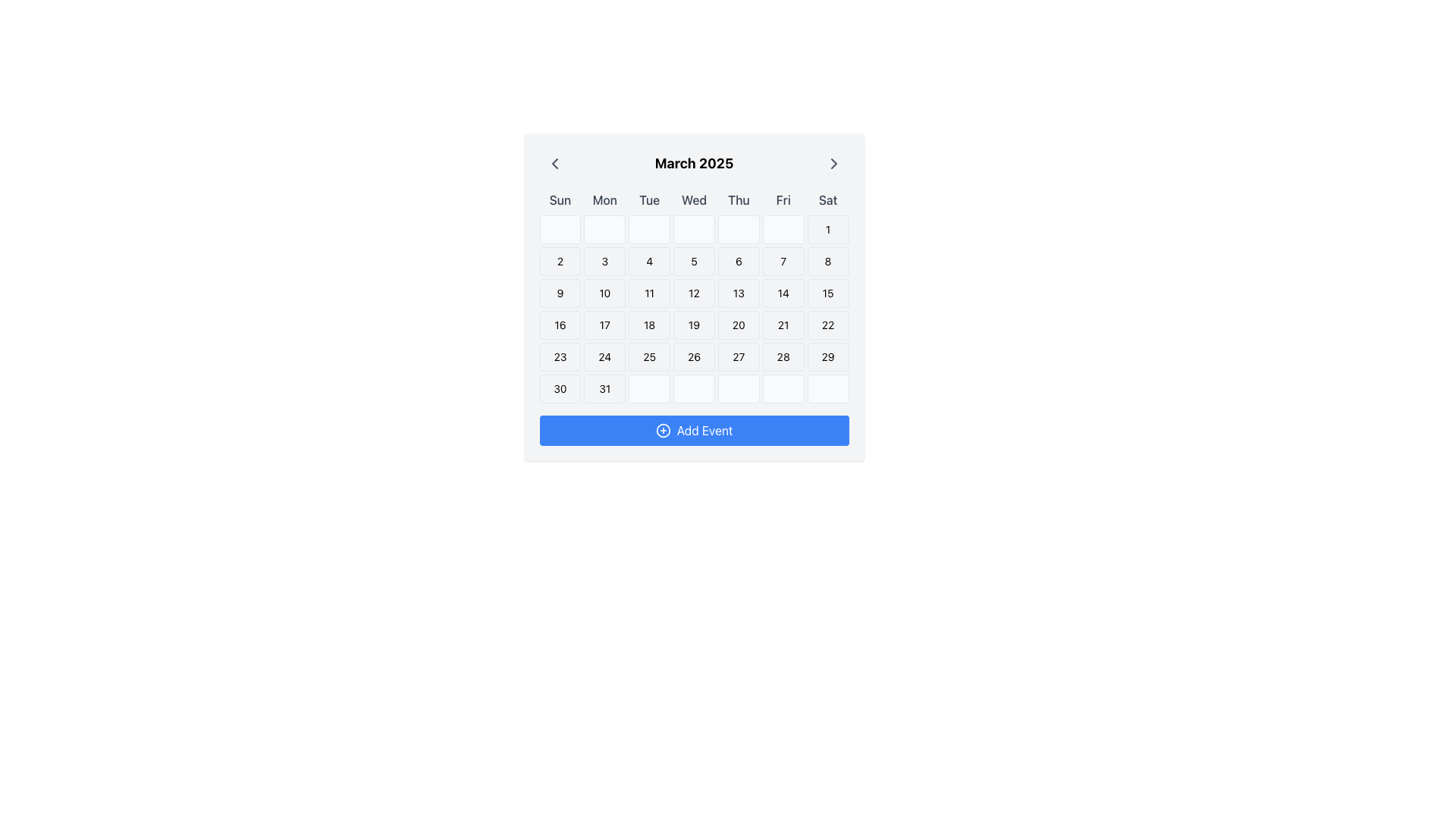  Describe the element at coordinates (554, 164) in the screenshot. I see `the back navigation button located in the top-left corner of the calendar panel` at that location.